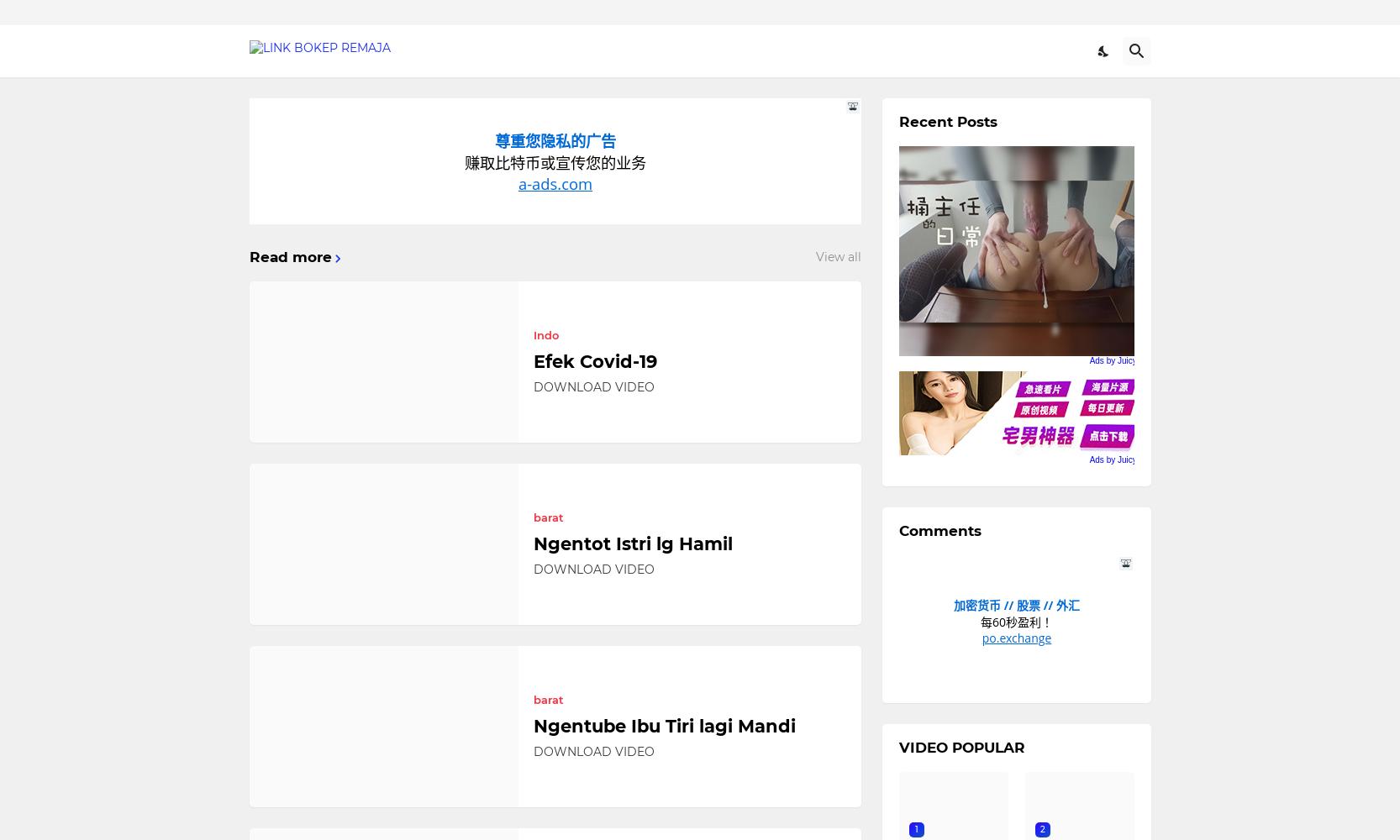 Image resolution: width=1400 pixels, height=840 pixels. I want to click on 'Recent Posts', so click(947, 122).